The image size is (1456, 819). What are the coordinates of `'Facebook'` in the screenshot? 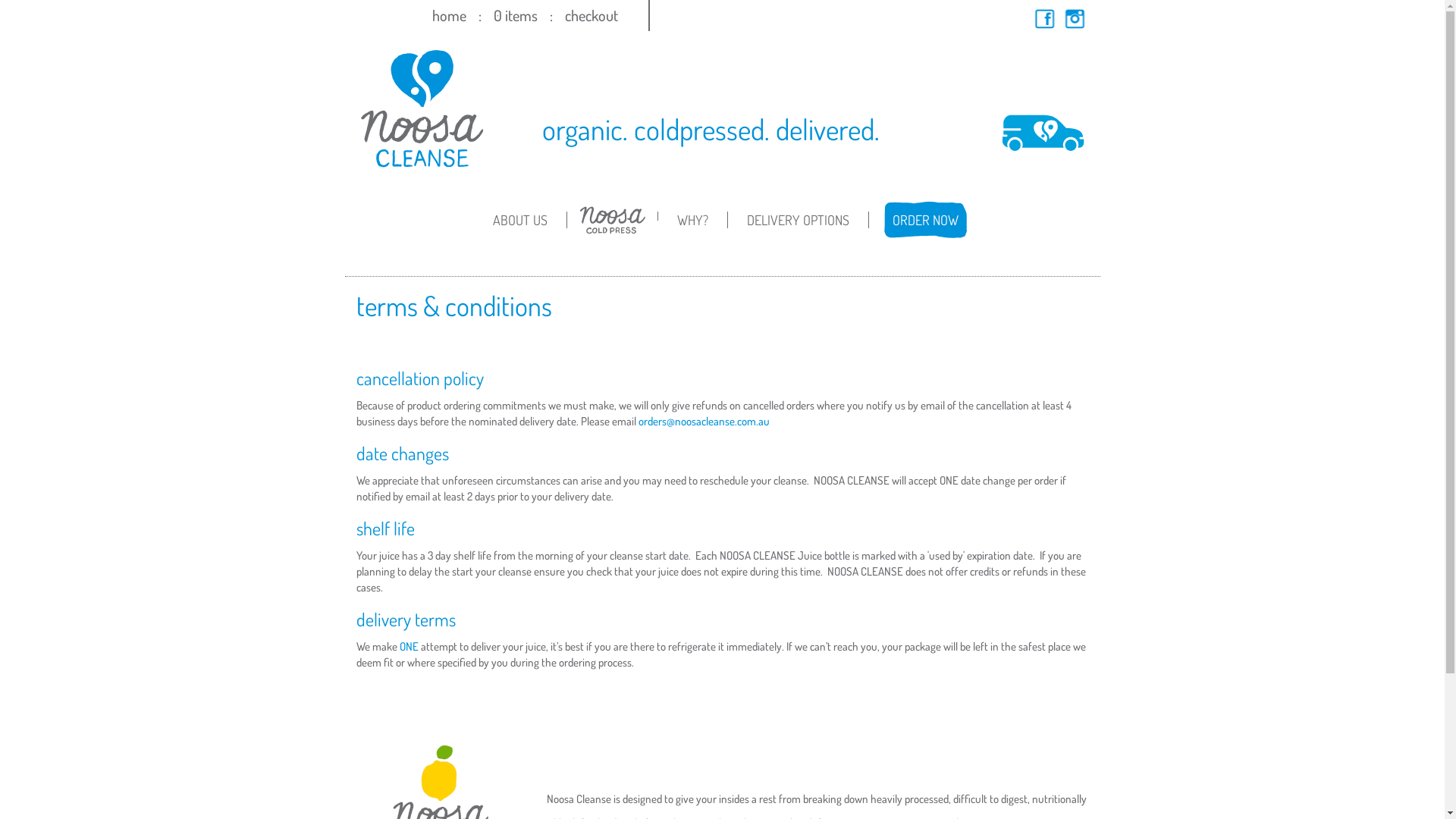 It's located at (1043, 18).